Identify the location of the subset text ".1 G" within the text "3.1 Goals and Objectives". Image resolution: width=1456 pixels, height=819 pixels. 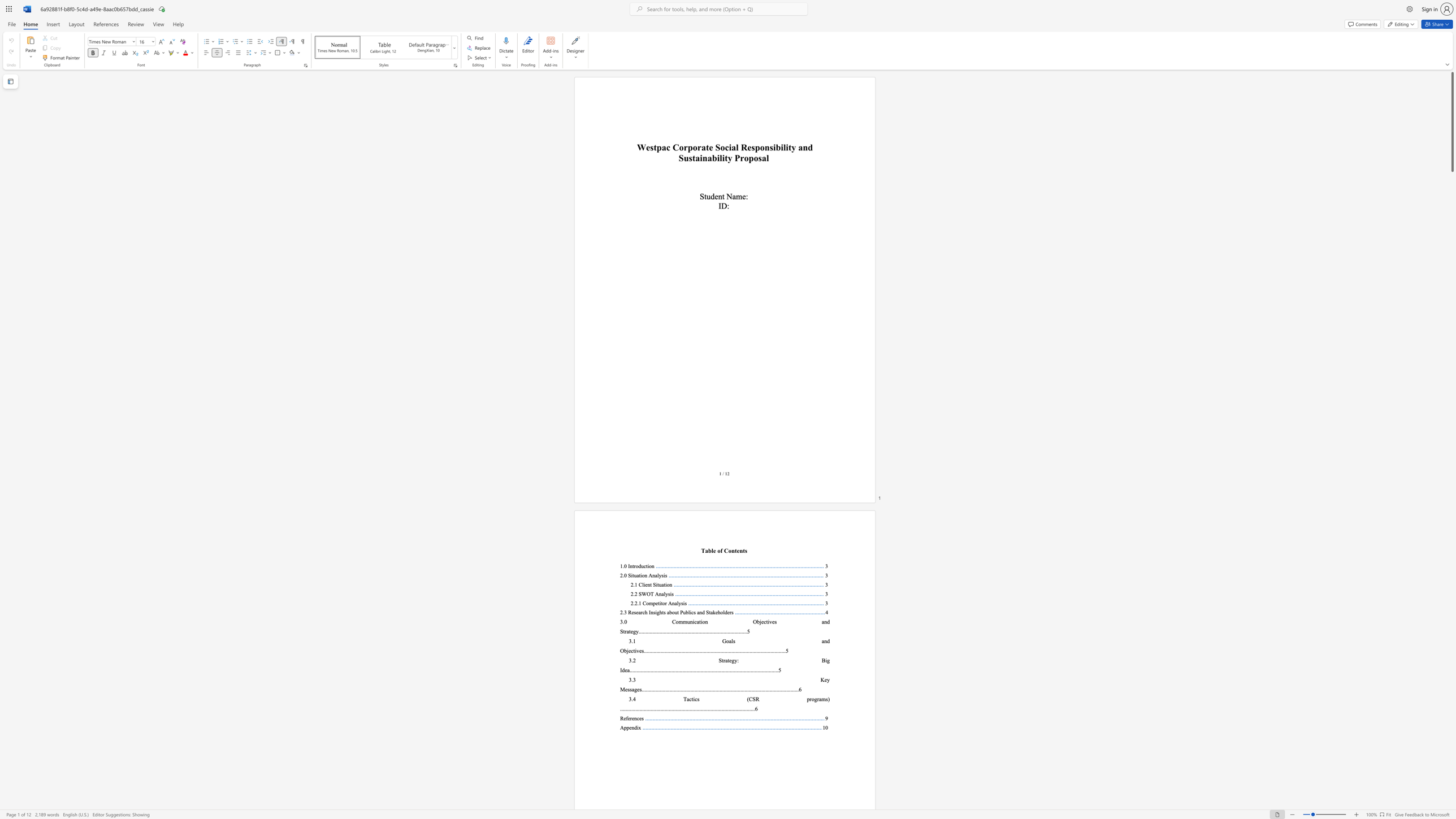
(631, 640).